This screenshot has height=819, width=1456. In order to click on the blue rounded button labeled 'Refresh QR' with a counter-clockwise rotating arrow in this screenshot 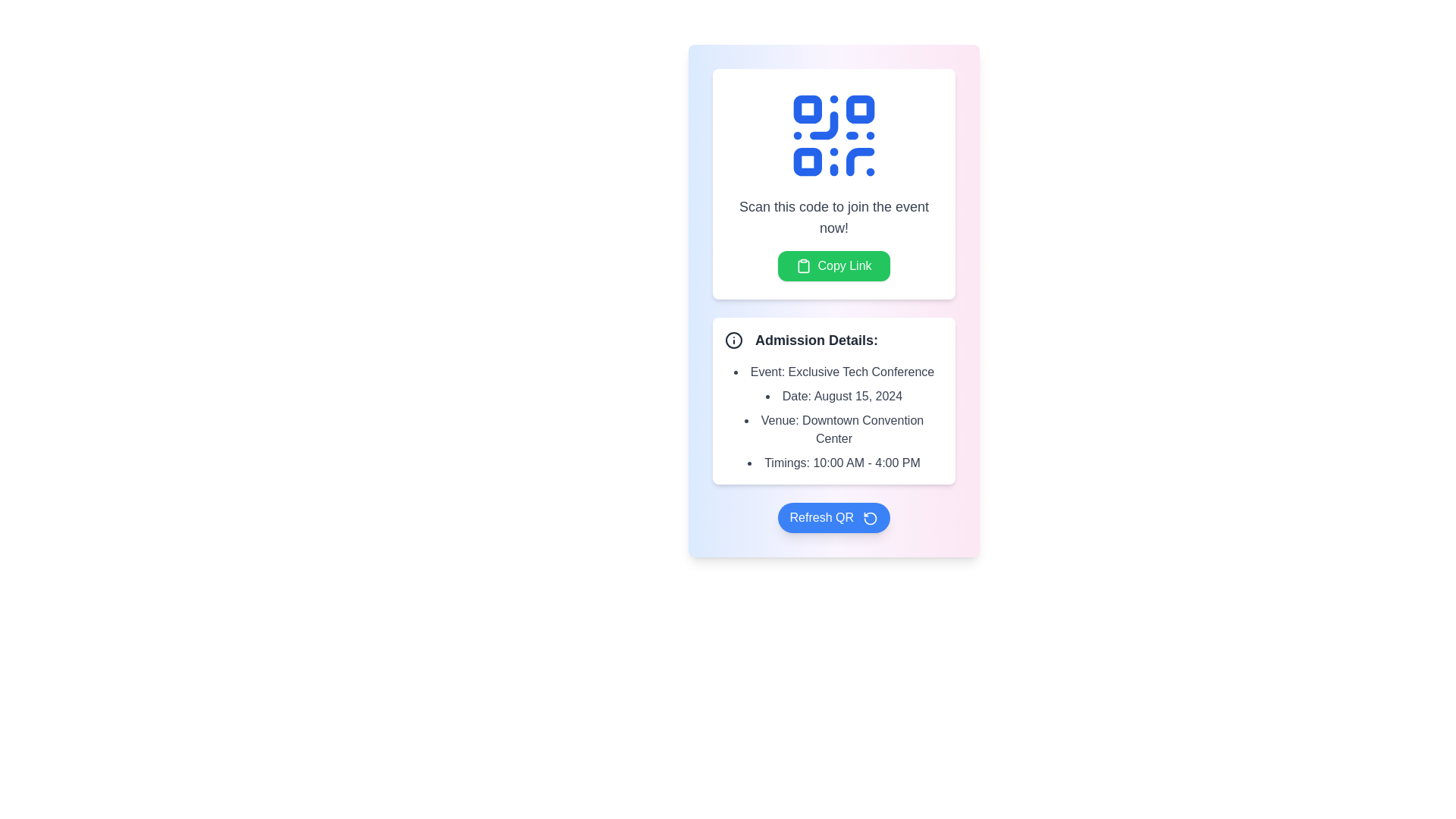, I will do `click(833, 516)`.